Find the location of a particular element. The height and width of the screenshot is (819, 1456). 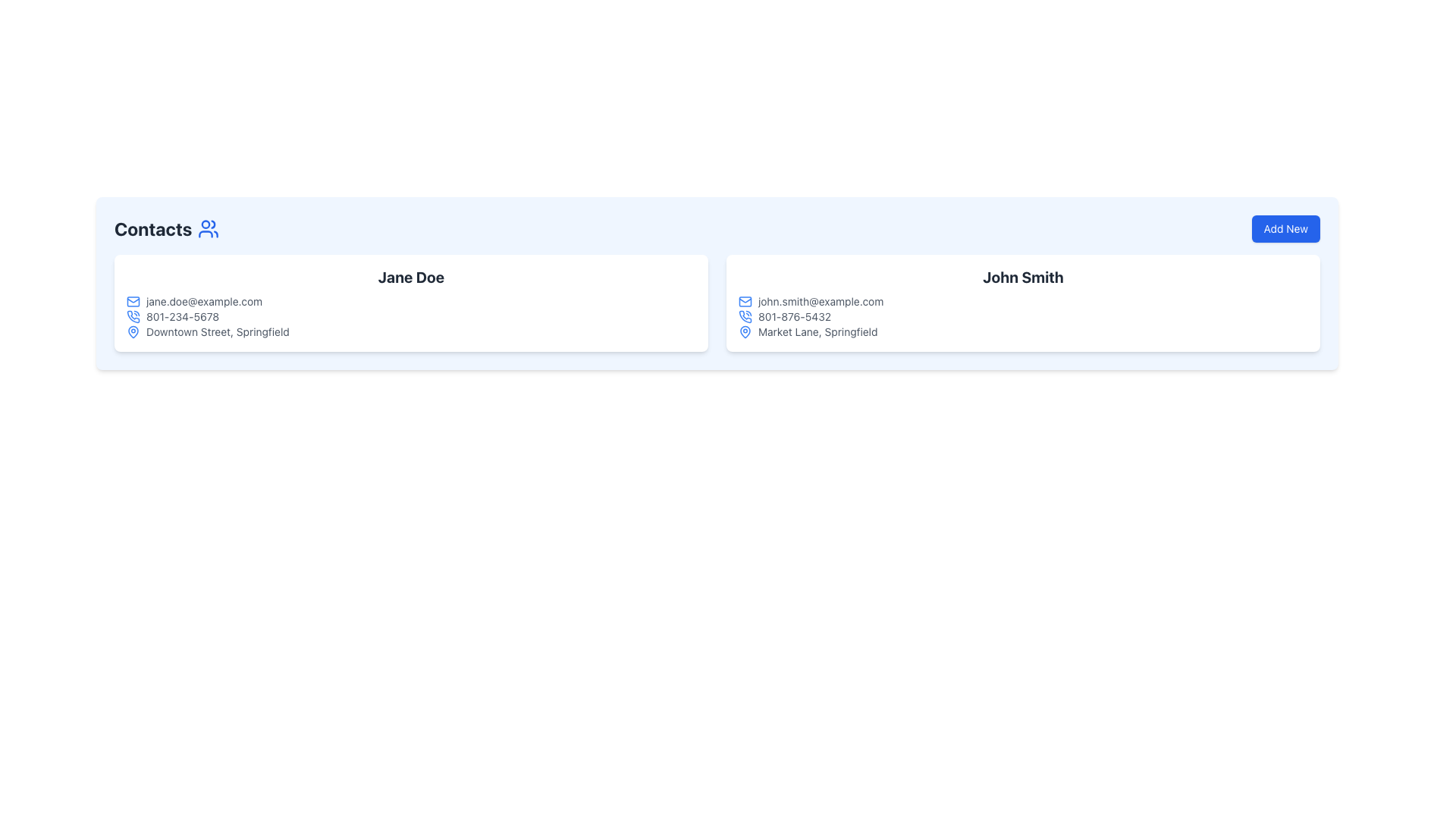

the Icon component located in the second column of the contact list, directly below John Smith's name and to the left of the address text 'Market Lane, Springfield' is located at coordinates (745, 330).